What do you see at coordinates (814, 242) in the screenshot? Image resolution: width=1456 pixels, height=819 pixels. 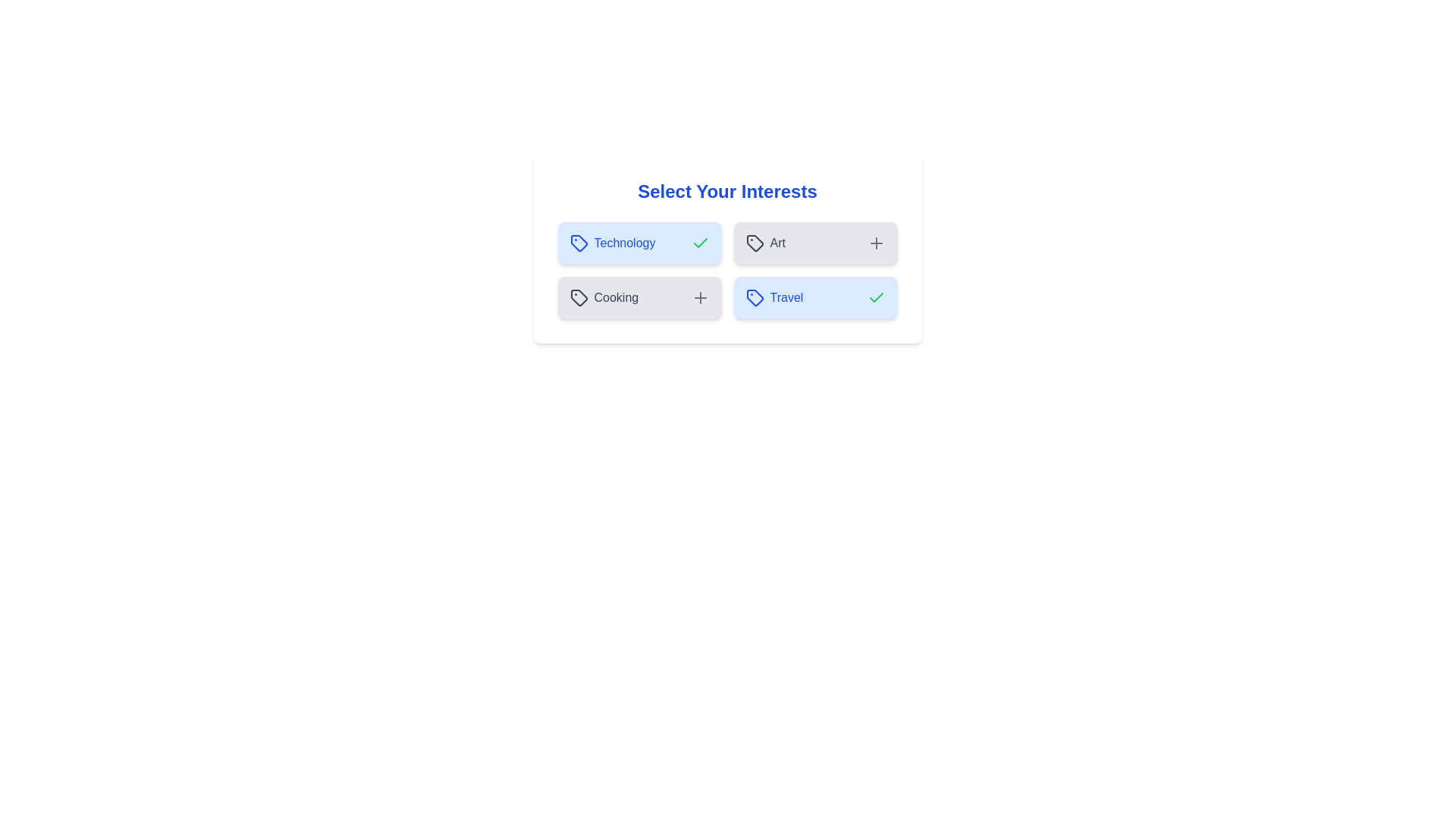 I see `the interest labeled Art` at bounding box center [814, 242].